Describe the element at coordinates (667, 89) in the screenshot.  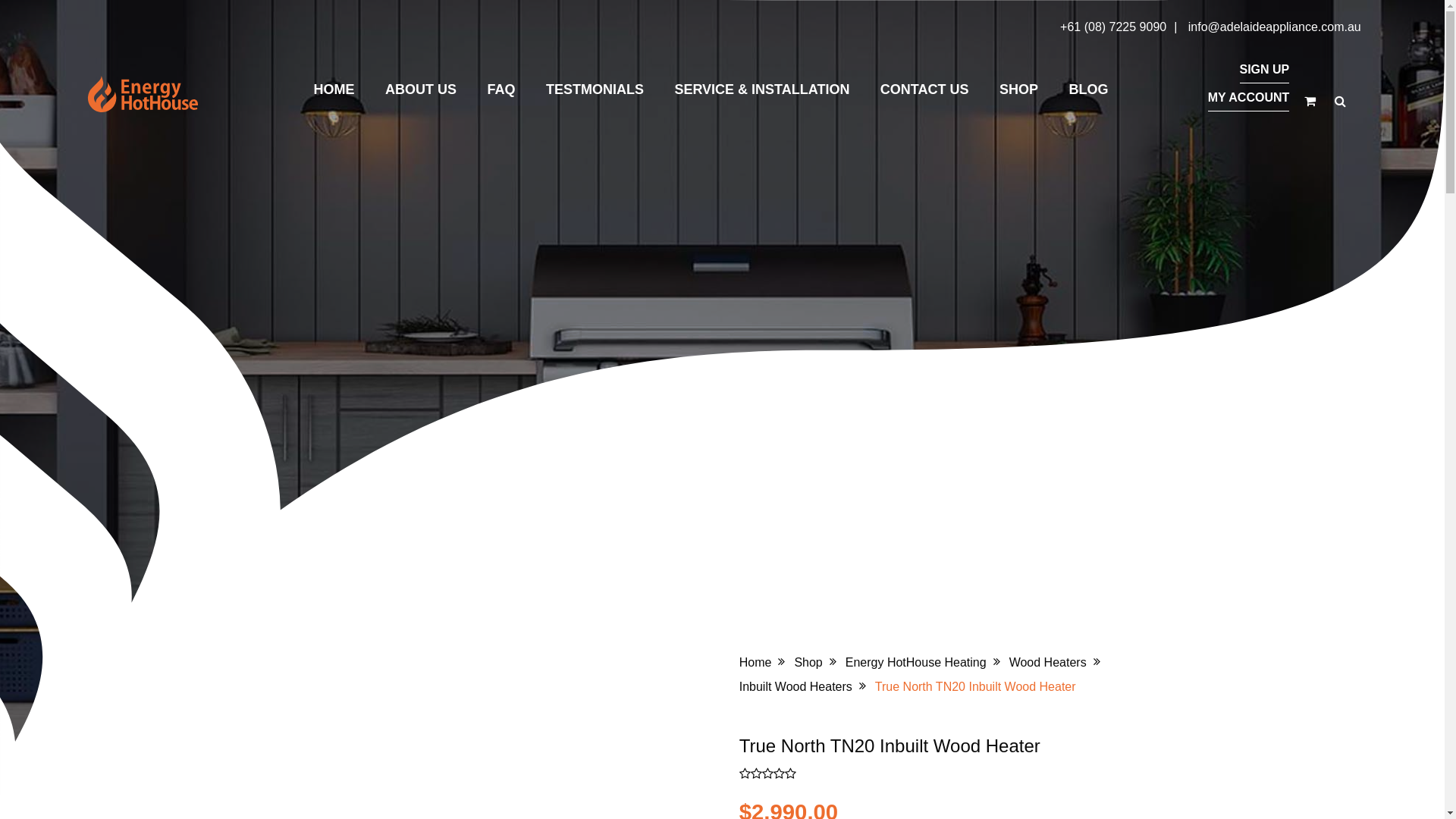
I see `'SERVICE & INSTALLATION'` at that location.